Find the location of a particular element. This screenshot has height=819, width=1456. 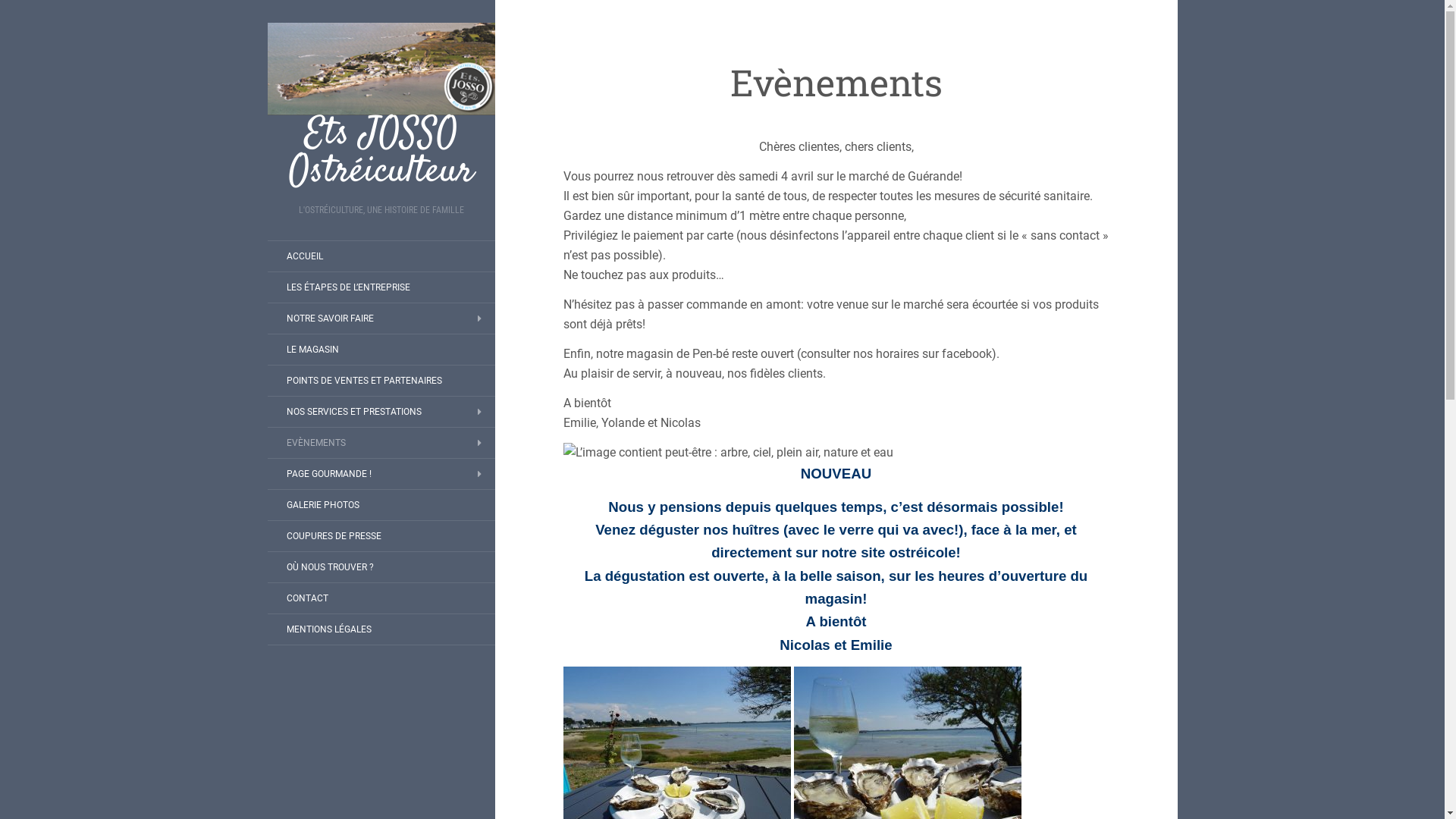

'NOS SERVICES ET PRESTATIONS' is located at coordinates (352, 412).